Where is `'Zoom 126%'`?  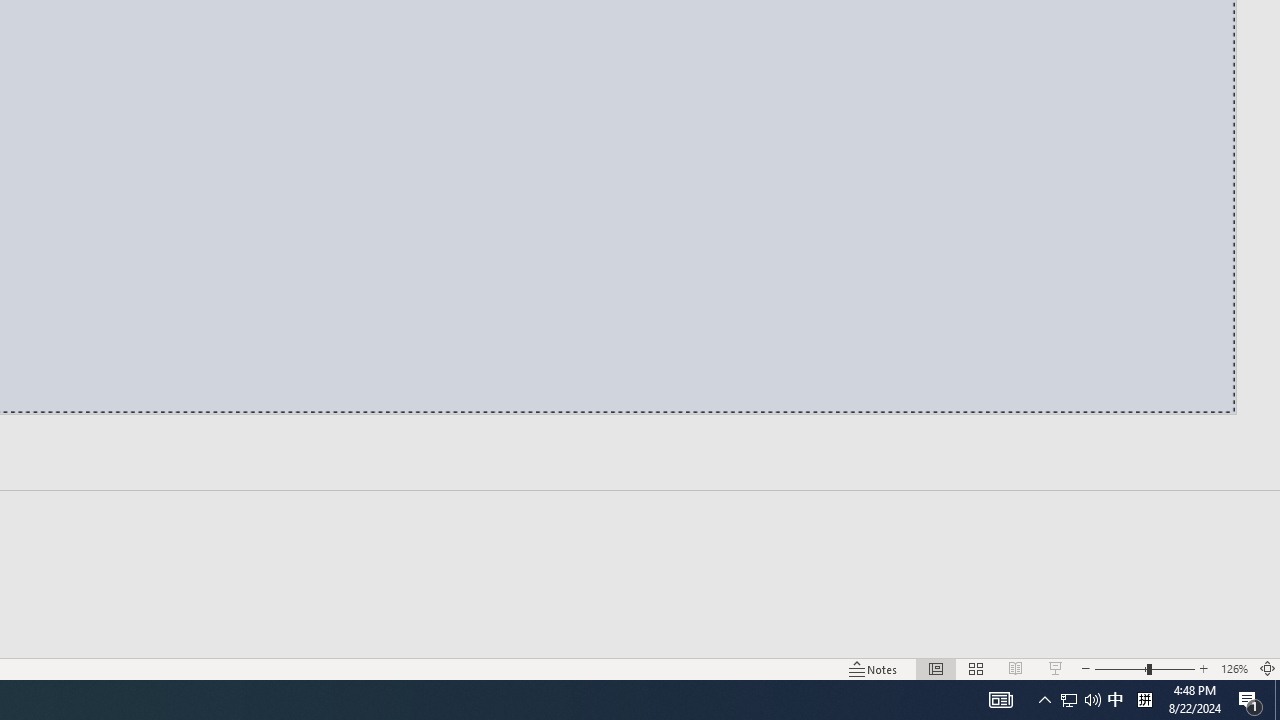 'Zoom 126%' is located at coordinates (1233, 669).